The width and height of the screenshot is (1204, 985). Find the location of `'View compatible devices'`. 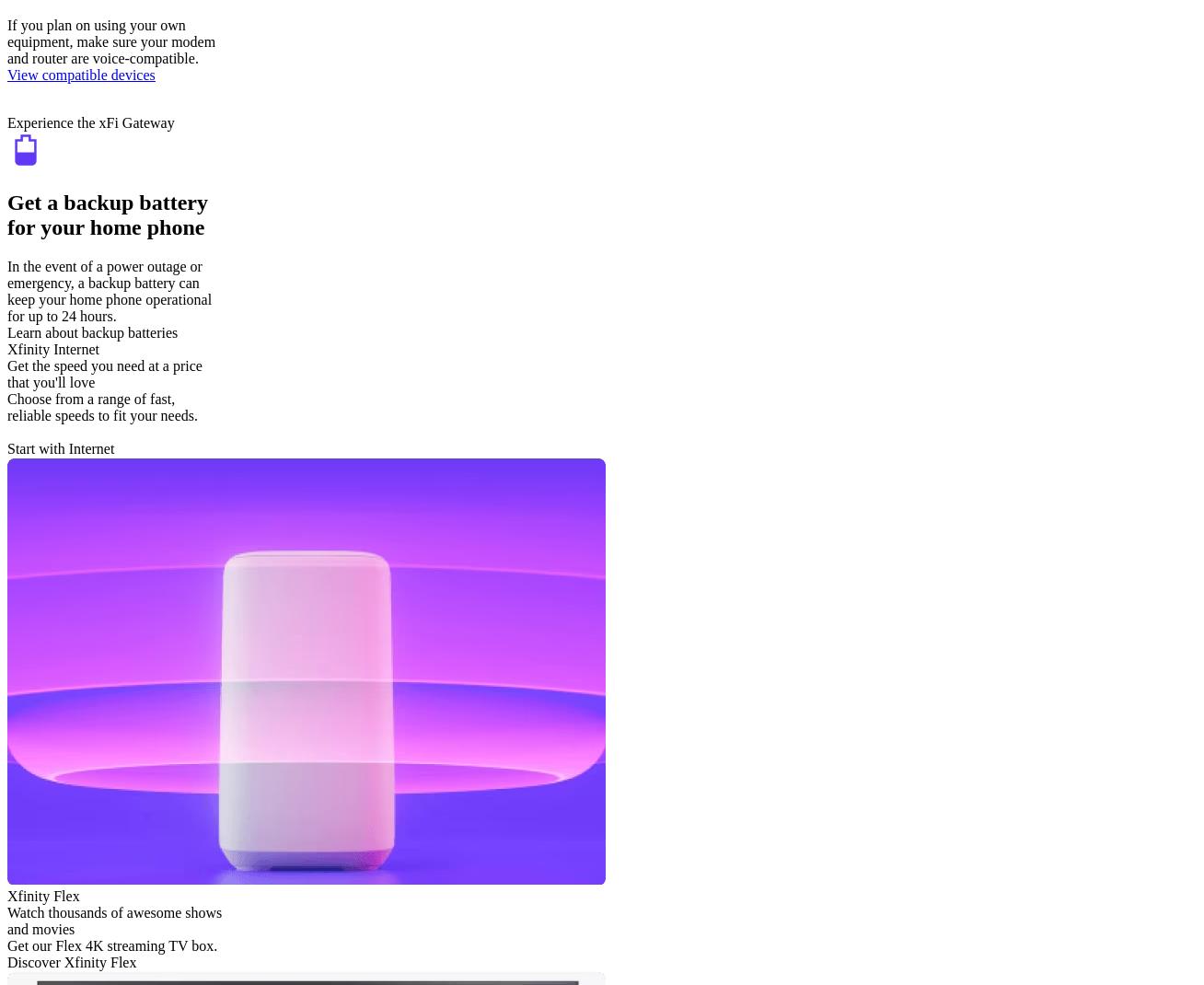

'View compatible devices' is located at coordinates (80, 74).